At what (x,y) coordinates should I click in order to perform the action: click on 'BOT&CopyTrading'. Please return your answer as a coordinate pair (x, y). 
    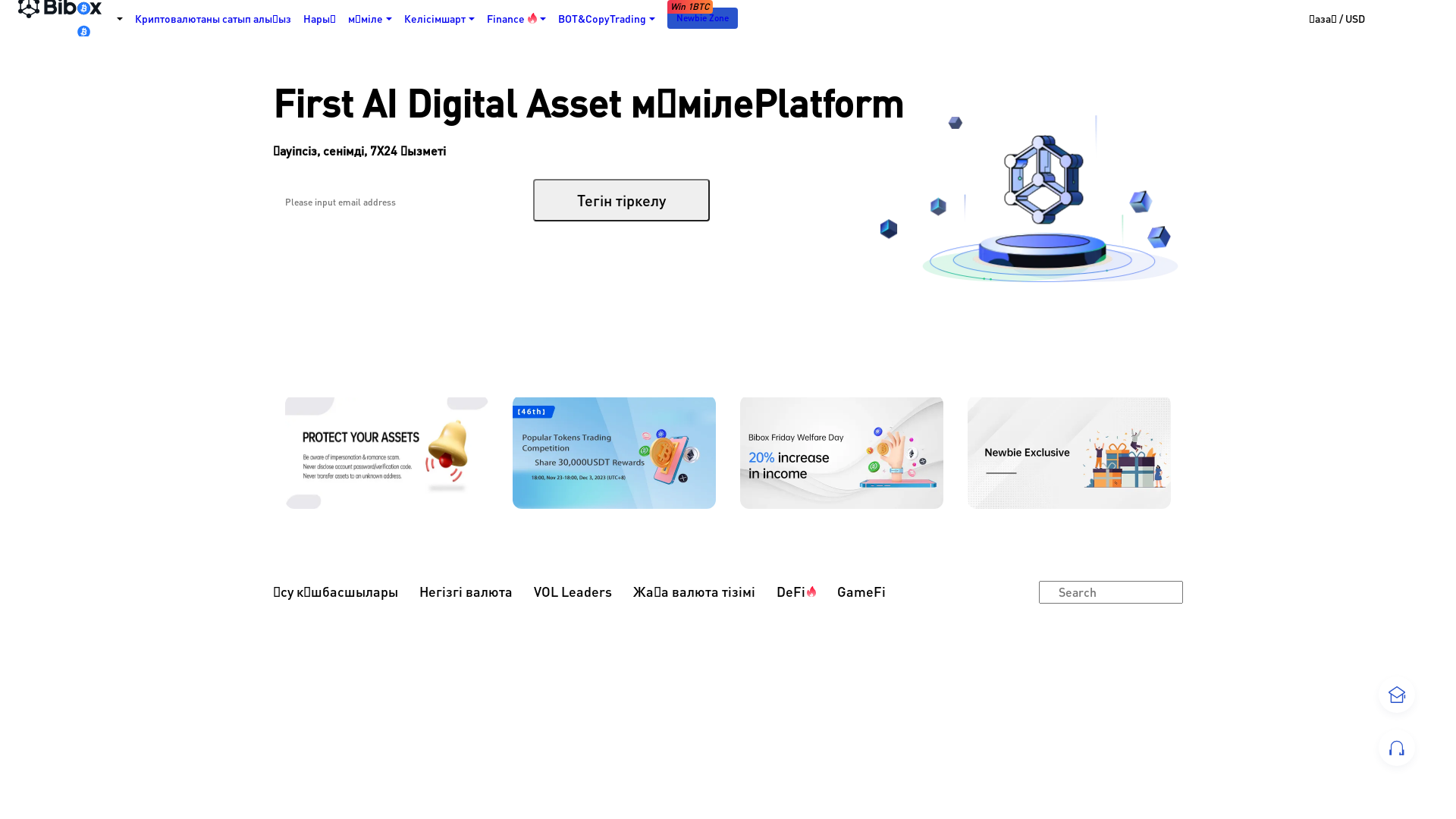
    Looking at the image, I should click on (557, 17).